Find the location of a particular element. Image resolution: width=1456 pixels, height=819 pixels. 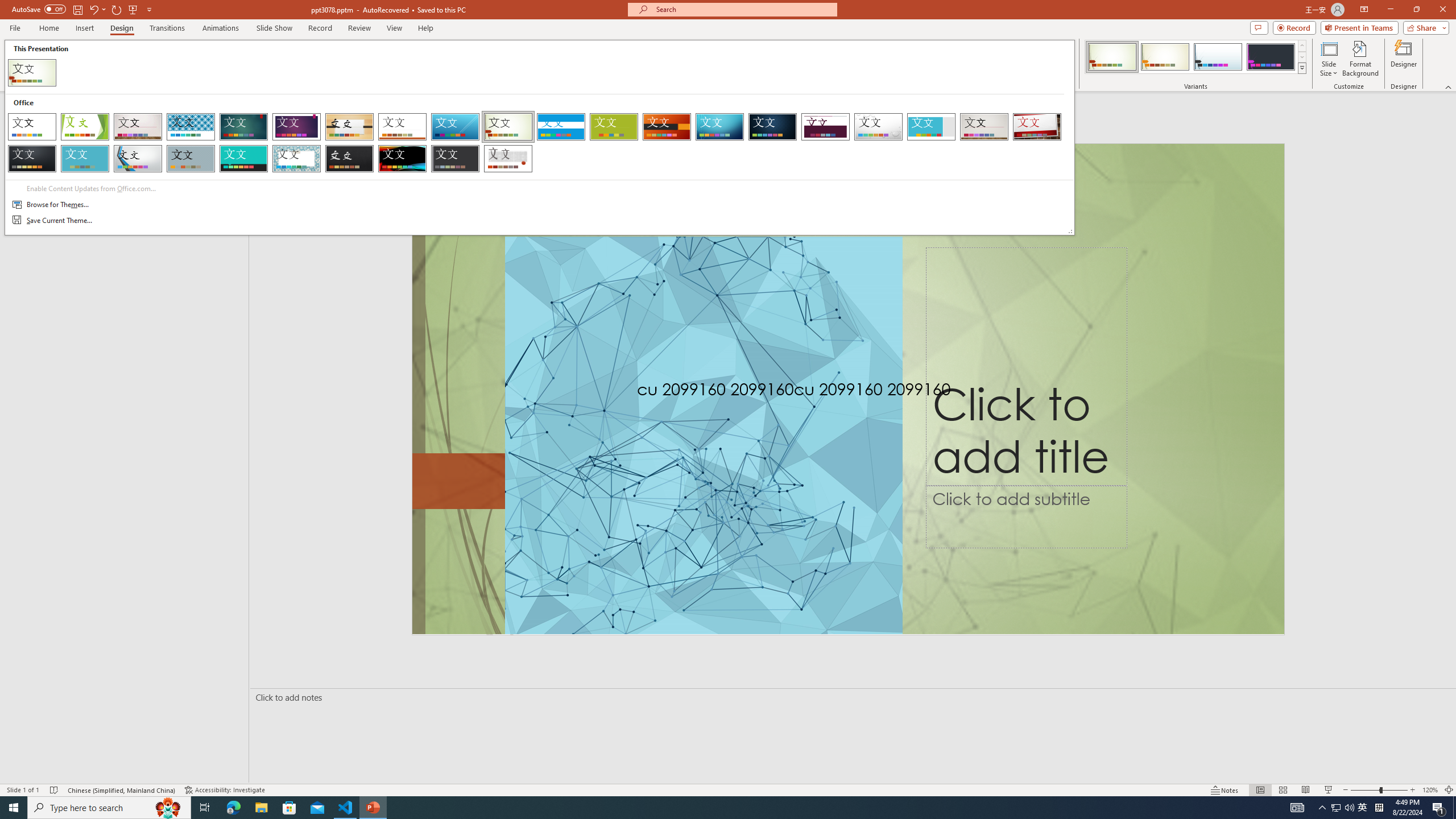

'AutomationID: ThemeVariantsGallery' is located at coordinates (1196, 56).